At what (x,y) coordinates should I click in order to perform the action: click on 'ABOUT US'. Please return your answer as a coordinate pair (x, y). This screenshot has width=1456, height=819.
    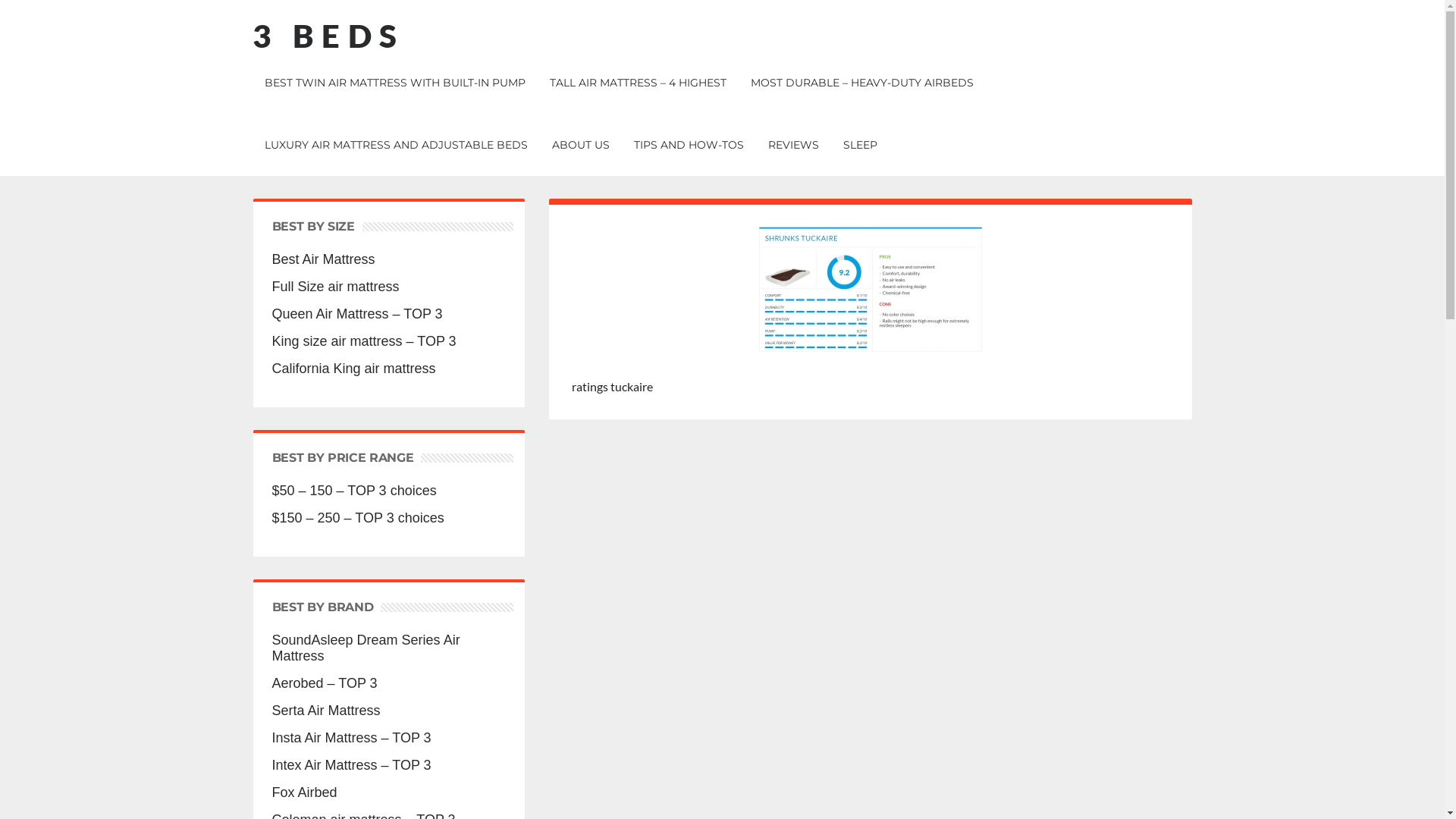
    Looking at the image, I should click on (541, 145).